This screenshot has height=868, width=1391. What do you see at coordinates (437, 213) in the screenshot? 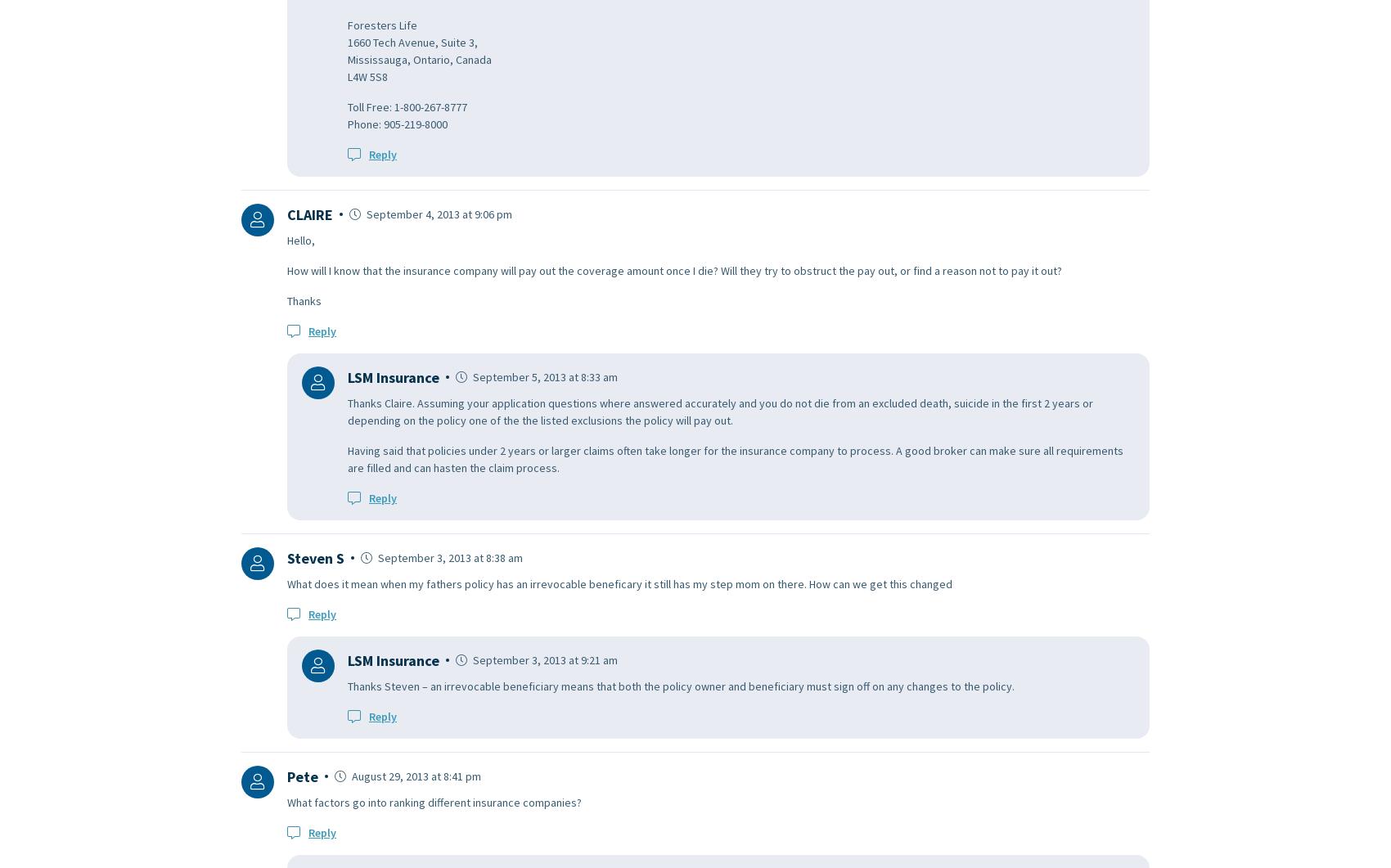
I see `'September 4, 2013 at 9:06 pm'` at bounding box center [437, 213].